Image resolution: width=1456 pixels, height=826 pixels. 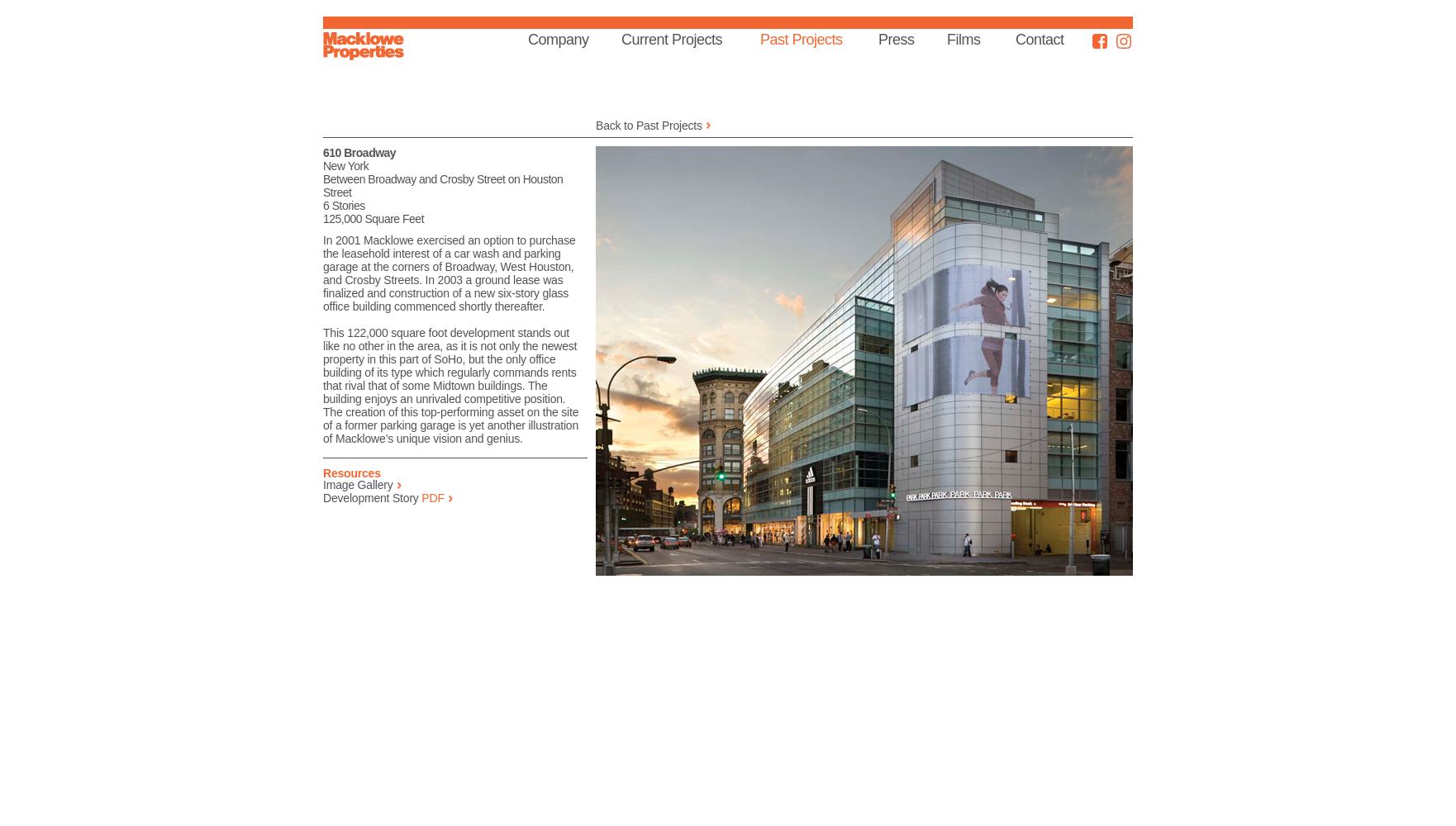 I want to click on 'Development Story', so click(x=371, y=497).